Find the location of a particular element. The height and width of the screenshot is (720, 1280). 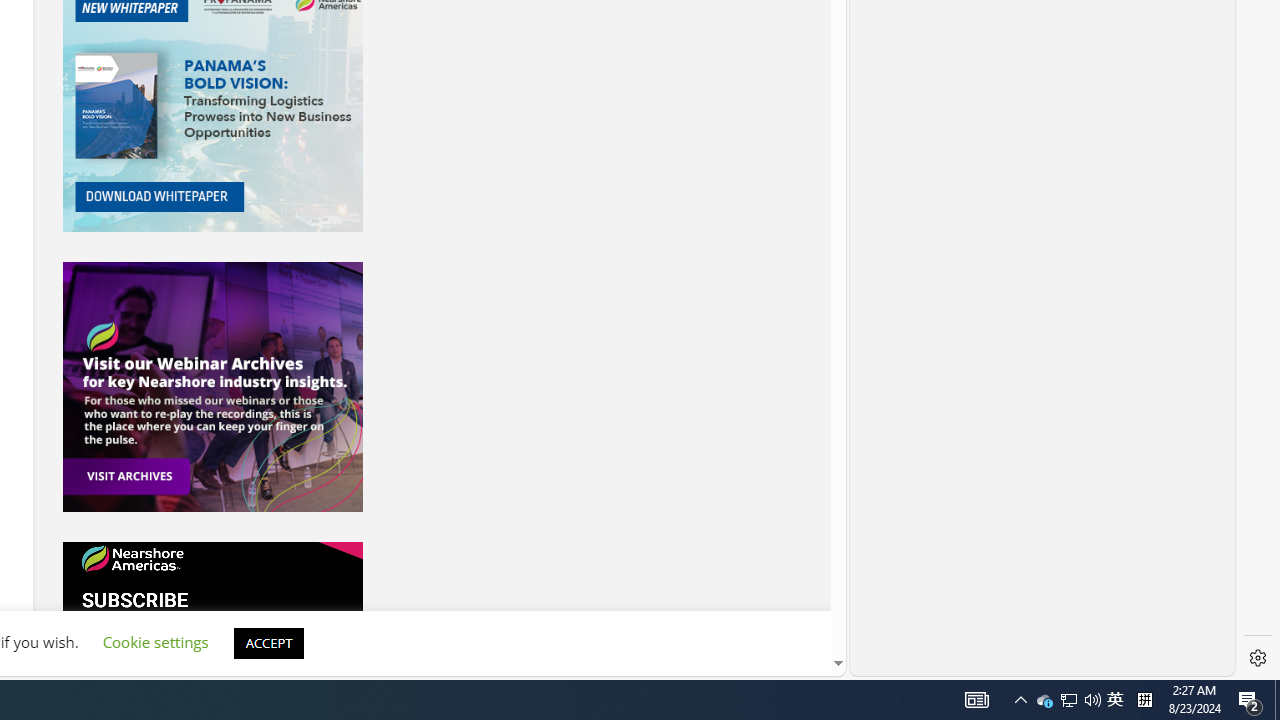

'Events-Banner-Ad.jpg' is located at coordinates (212, 387).